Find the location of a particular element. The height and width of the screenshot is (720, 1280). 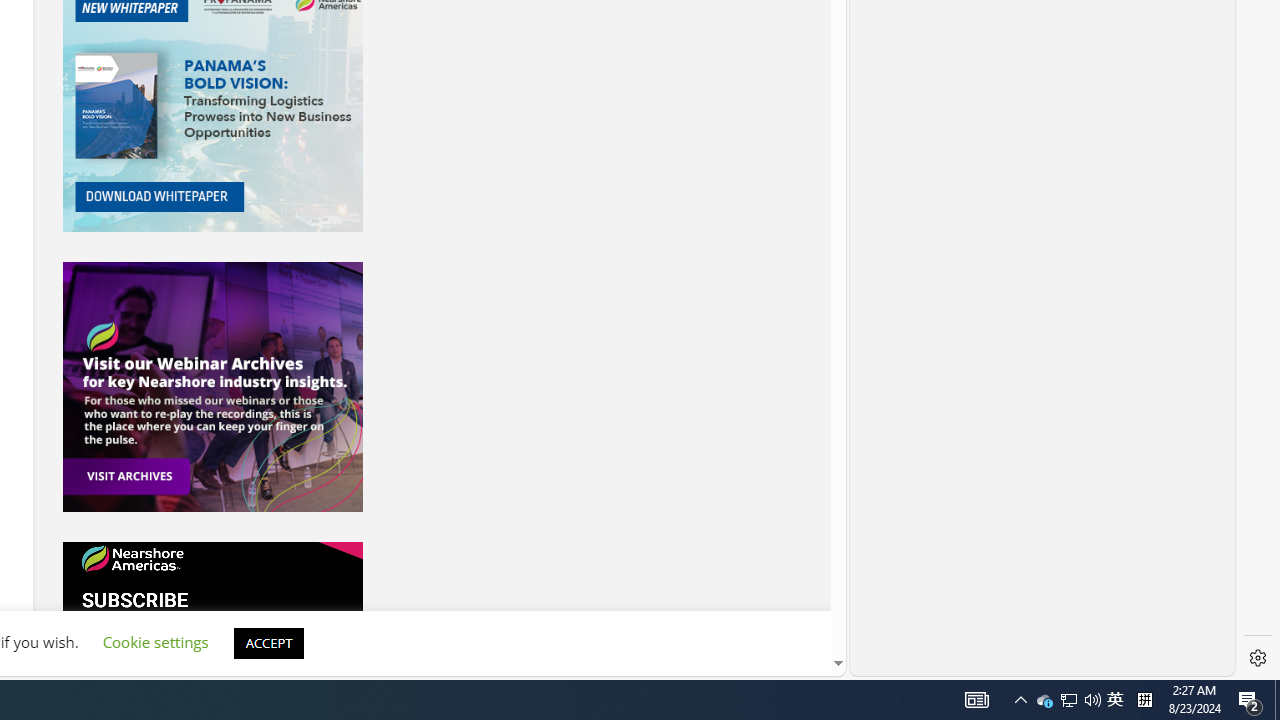

'Events-Banner-Ad.jpg' is located at coordinates (212, 387).